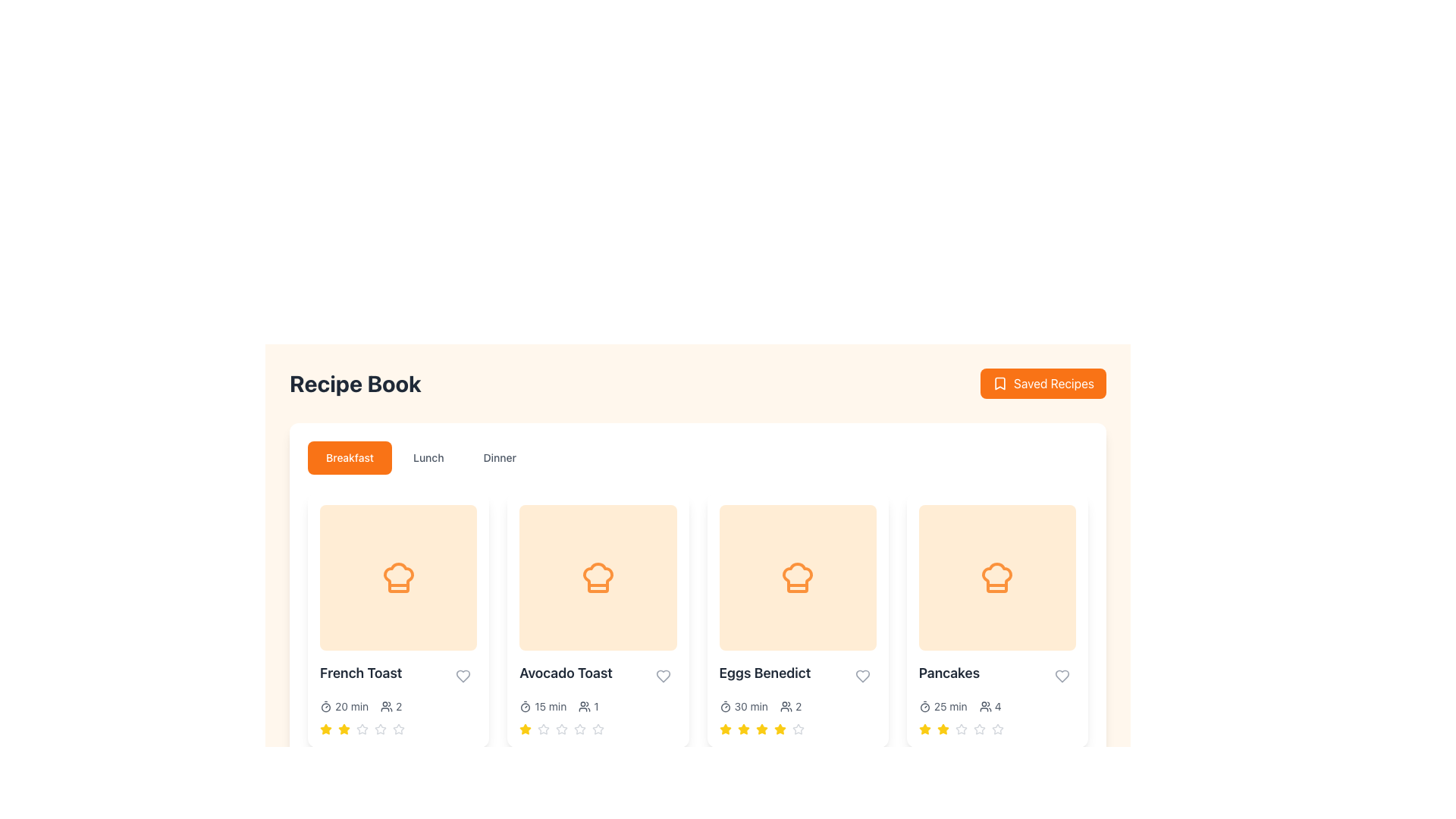 This screenshot has height=819, width=1456. I want to click on the fourth star icon in the rating system for the 'Pancakes' card, so click(979, 728).